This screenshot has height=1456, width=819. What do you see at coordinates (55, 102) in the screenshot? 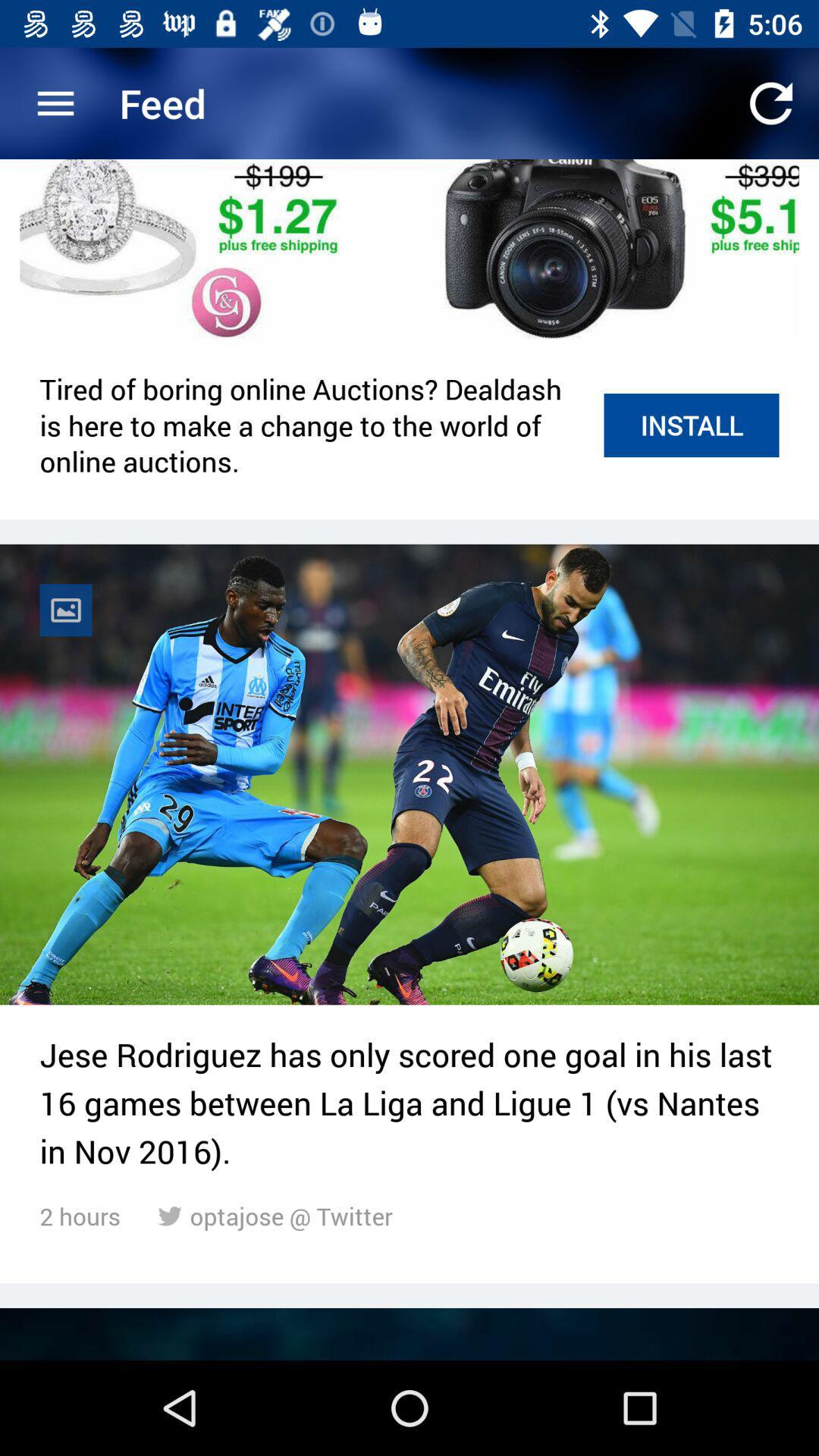
I see `the item next to the feed item` at bounding box center [55, 102].